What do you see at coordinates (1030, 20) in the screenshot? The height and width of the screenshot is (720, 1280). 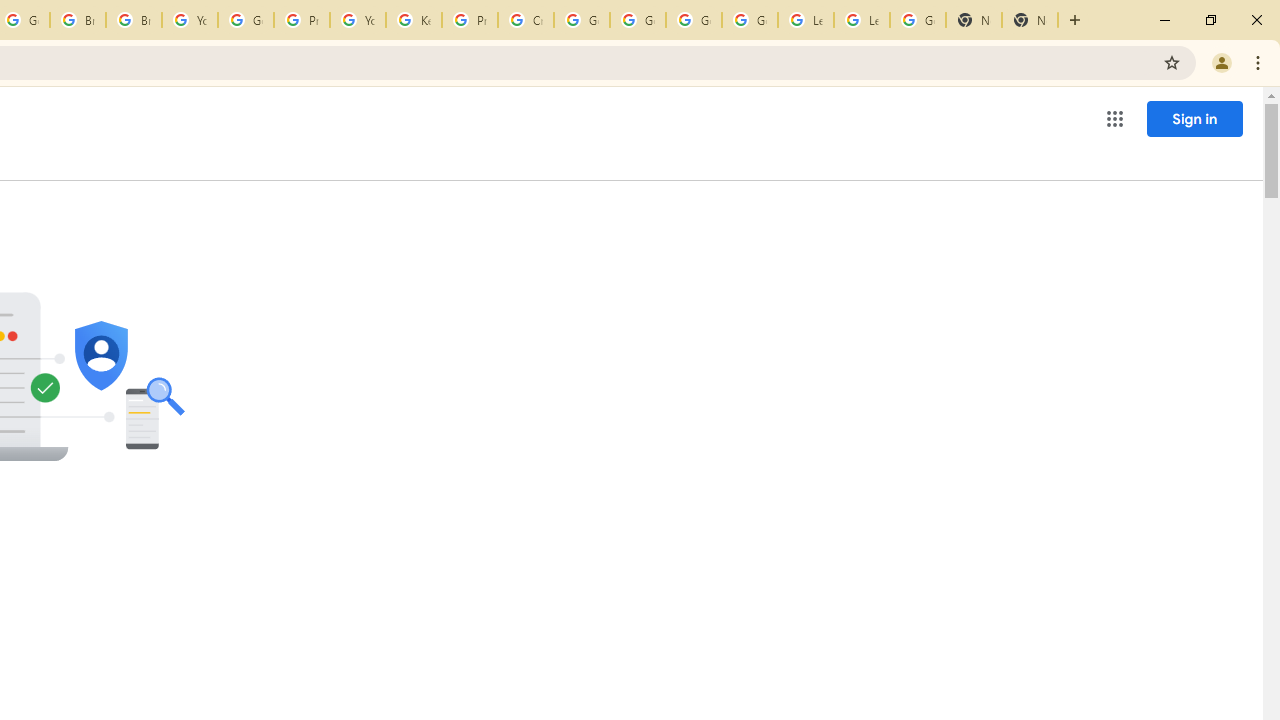 I see `'New Tab'` at bounding box center [1030, 20].